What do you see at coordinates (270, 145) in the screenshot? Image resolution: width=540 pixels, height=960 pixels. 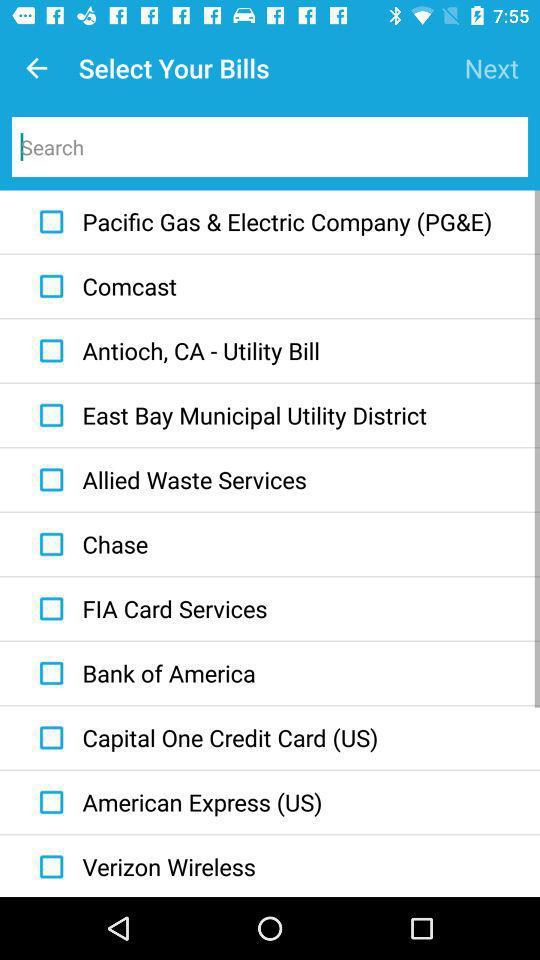 I see `search a bill` at bounding box center [270, 145].